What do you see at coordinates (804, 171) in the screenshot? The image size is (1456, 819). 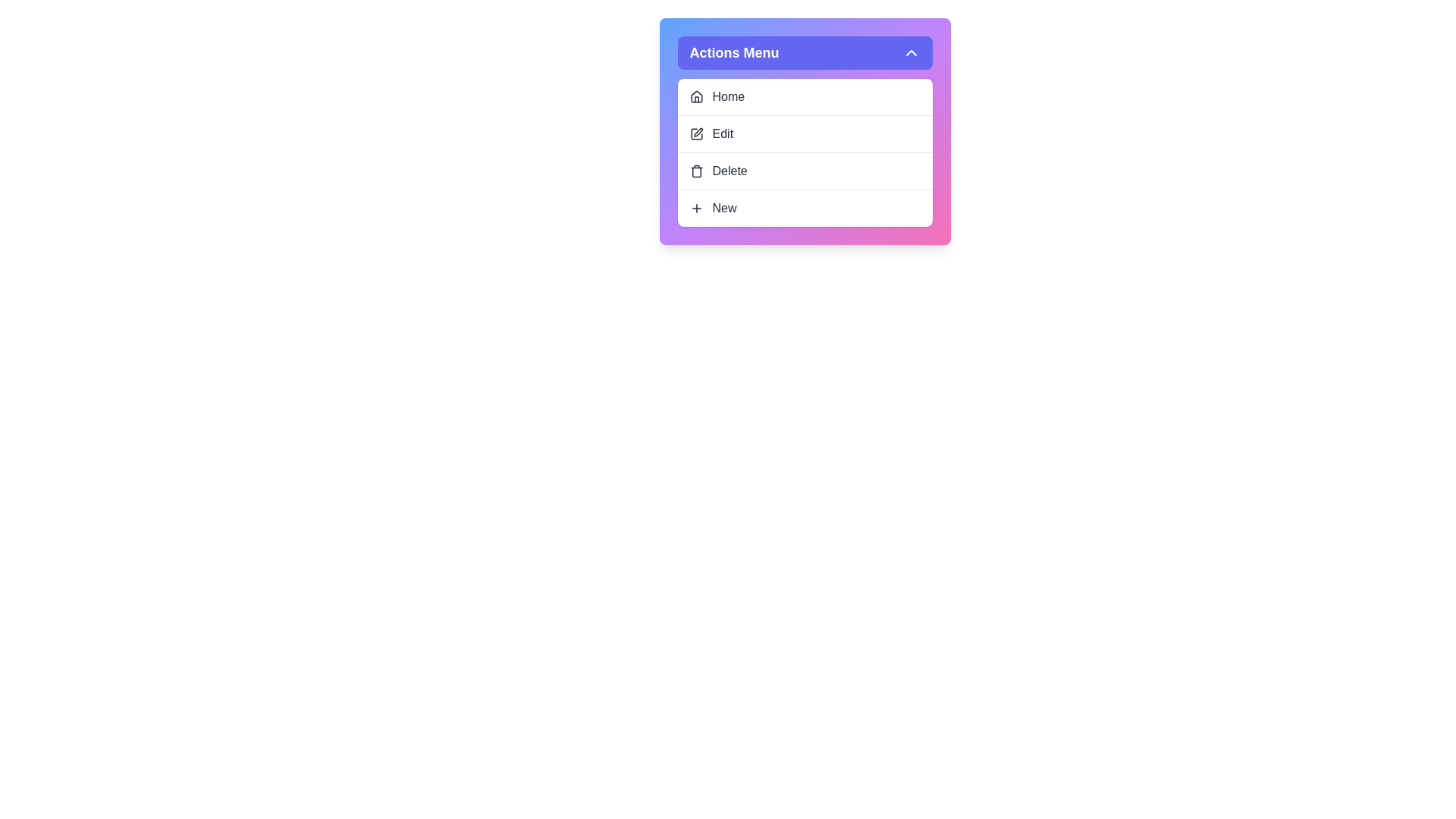 I see `the menu item Delete from the dropdown menu` at bounding box center [804, 171].